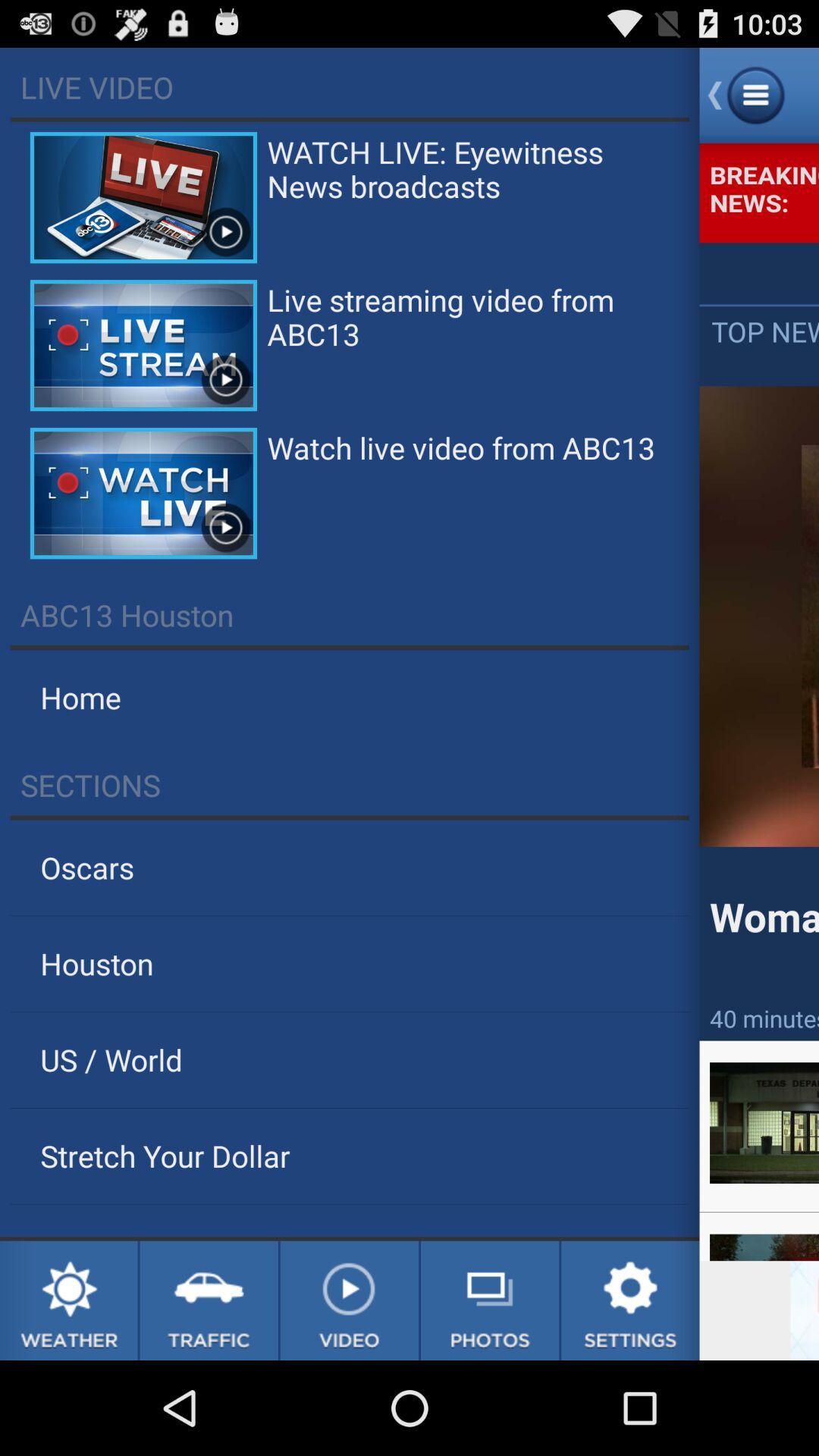  Describe the element at coordinates (209, 1300) in the screenshot. I see `the option beside weather` at that location.